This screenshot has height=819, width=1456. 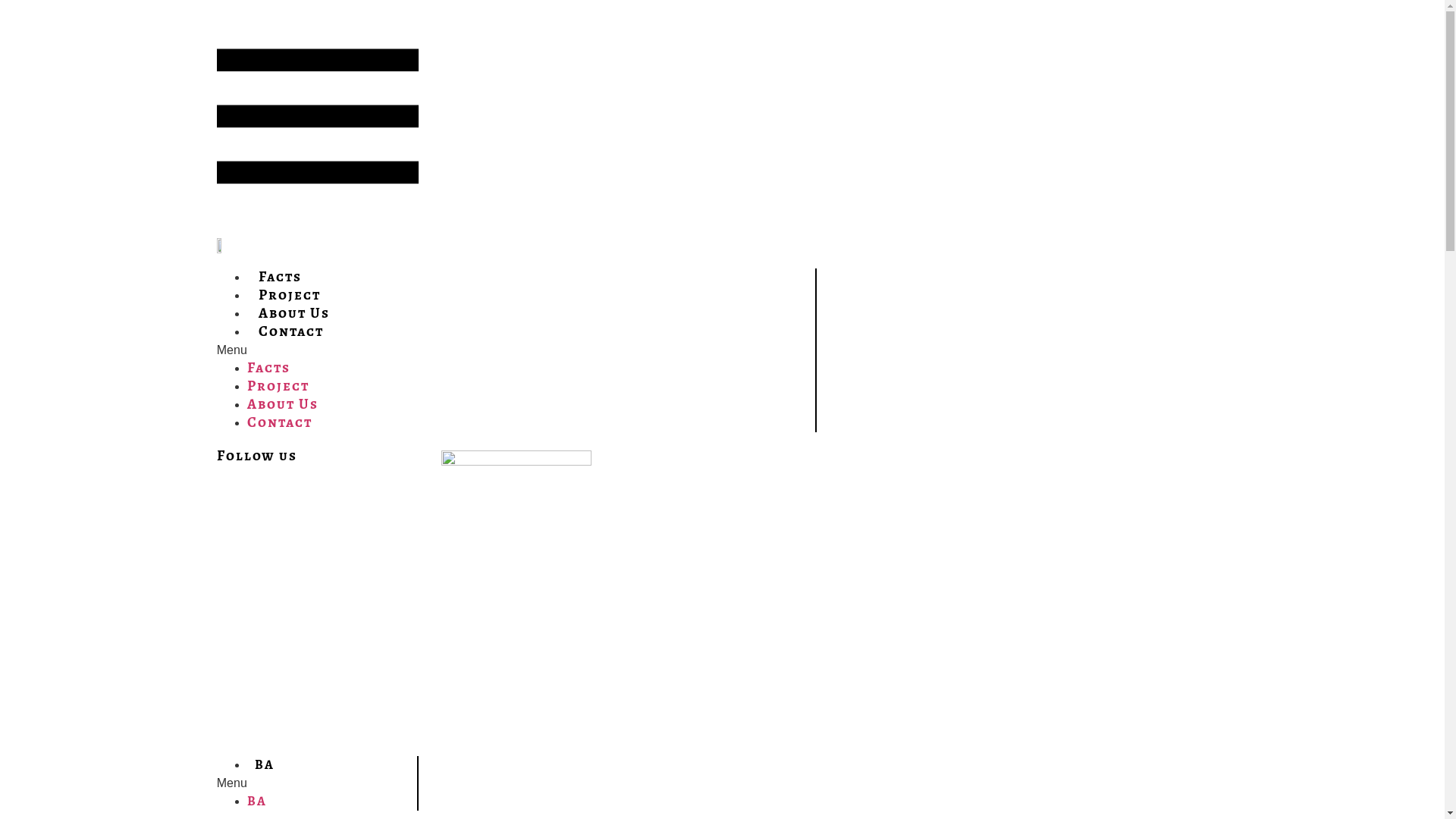 I want to click on 'About Us', so click(x=283, y=403).